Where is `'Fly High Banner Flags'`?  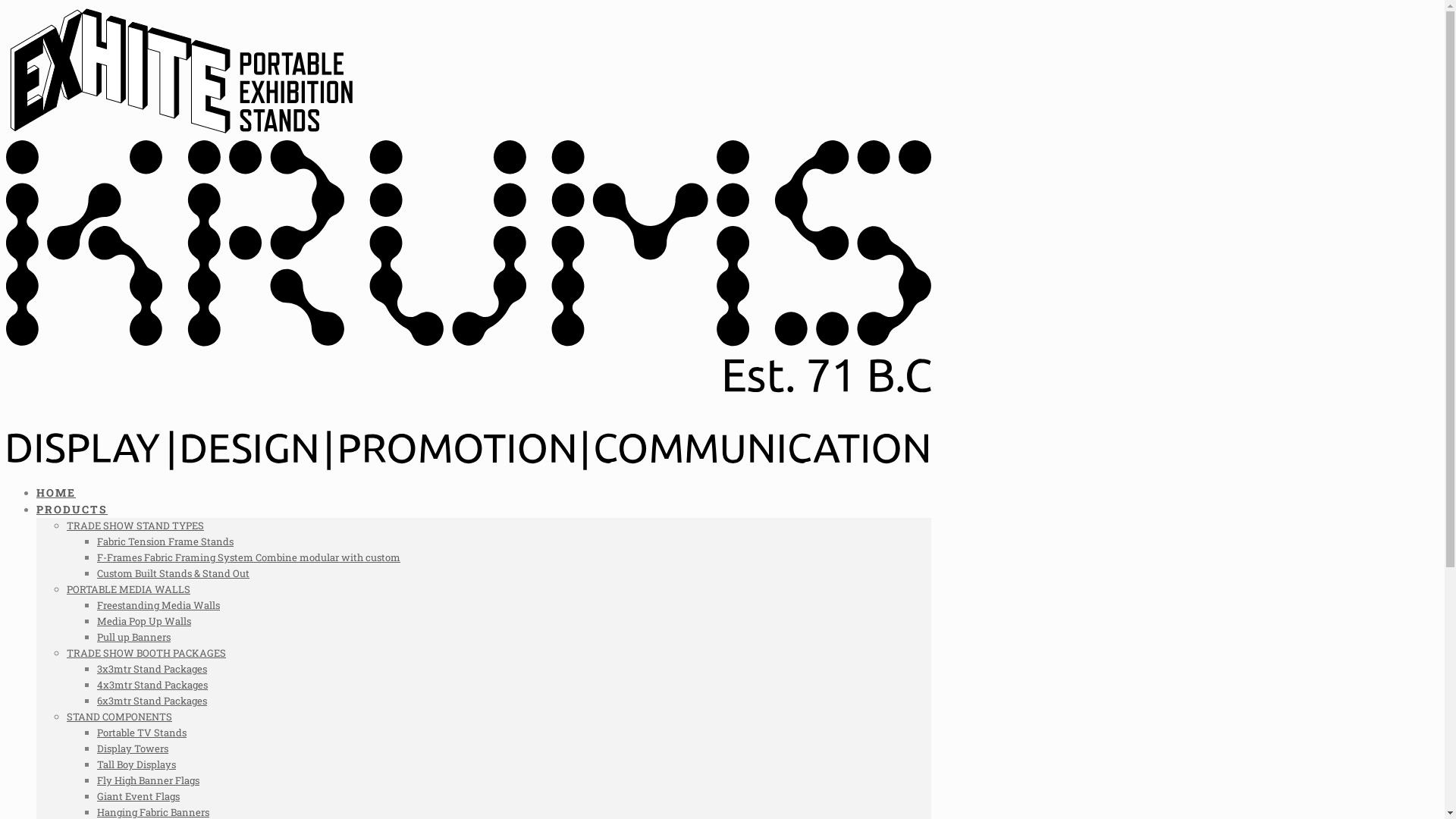
'Fly High Banner Flags' is located at coordinates (96, 780).